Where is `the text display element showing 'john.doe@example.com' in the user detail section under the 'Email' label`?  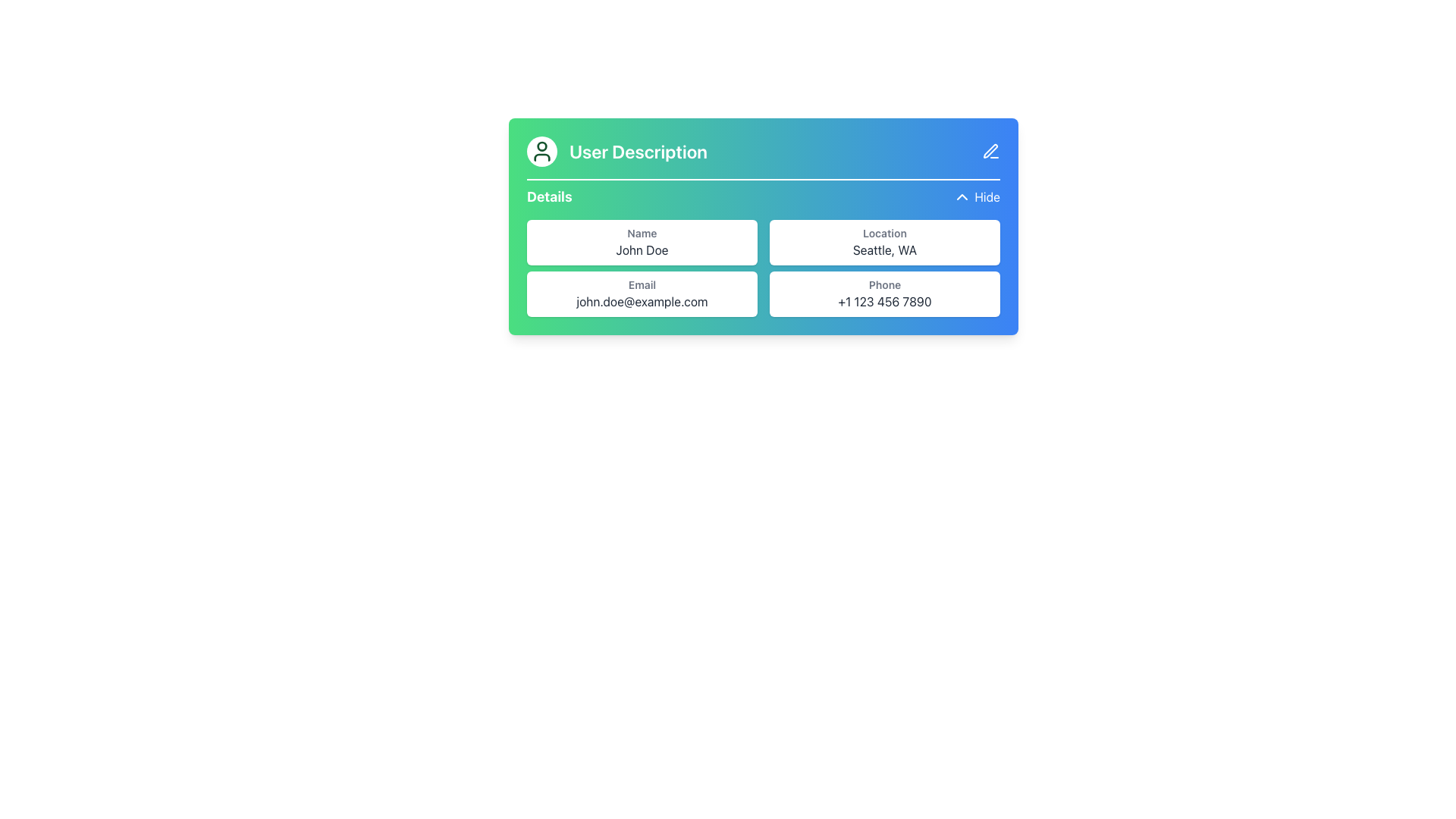
the text display element showing 'john.doe@example.com' in the user detail section under the 'Email' label is located at coordinates (642, 301).